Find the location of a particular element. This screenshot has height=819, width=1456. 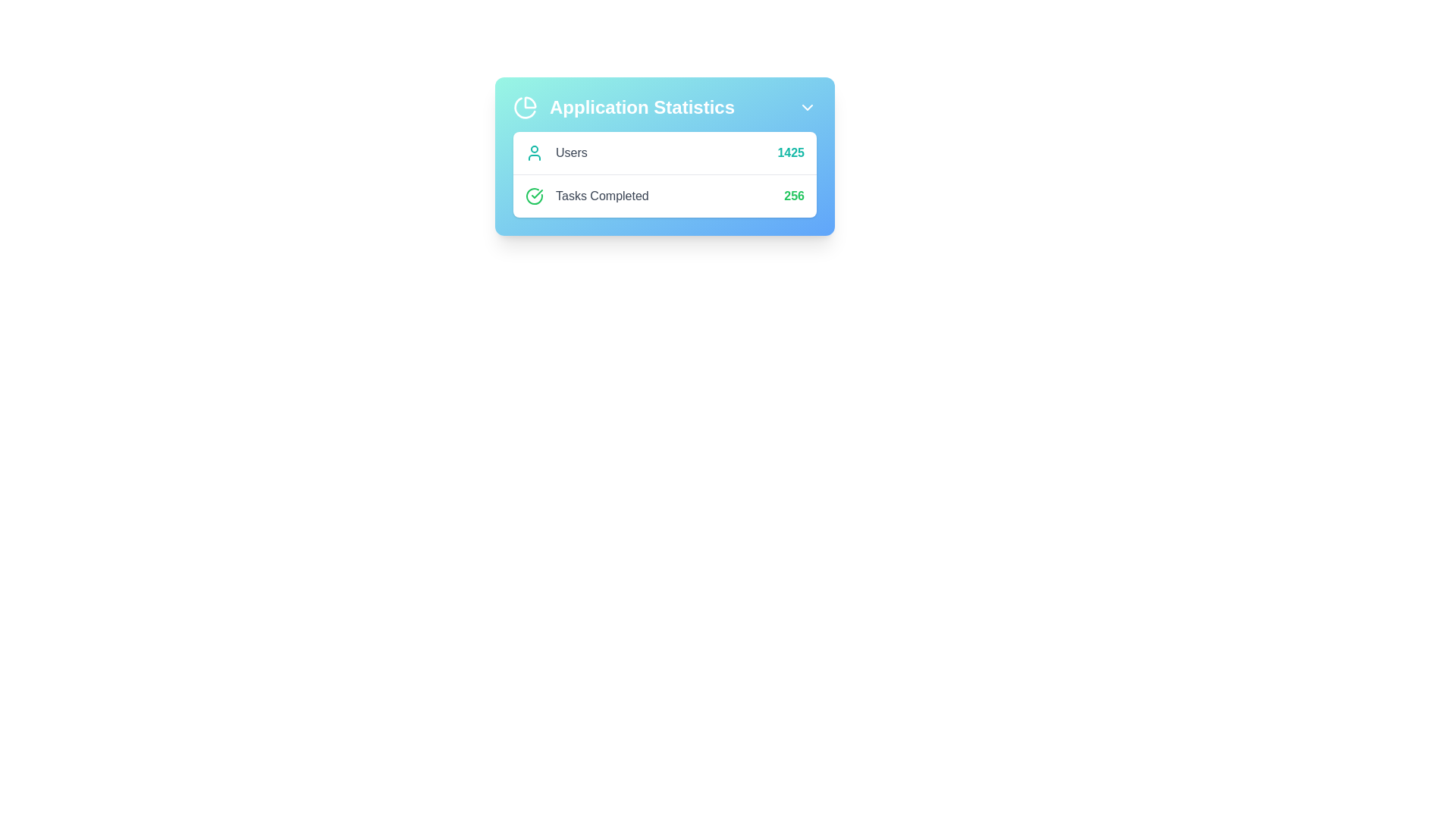

the 'Users' text label in the 'Application Statistics' panel, which indicates the category of displayed data and is positioned next to a user profile icon is located at coordinates (570, 152).